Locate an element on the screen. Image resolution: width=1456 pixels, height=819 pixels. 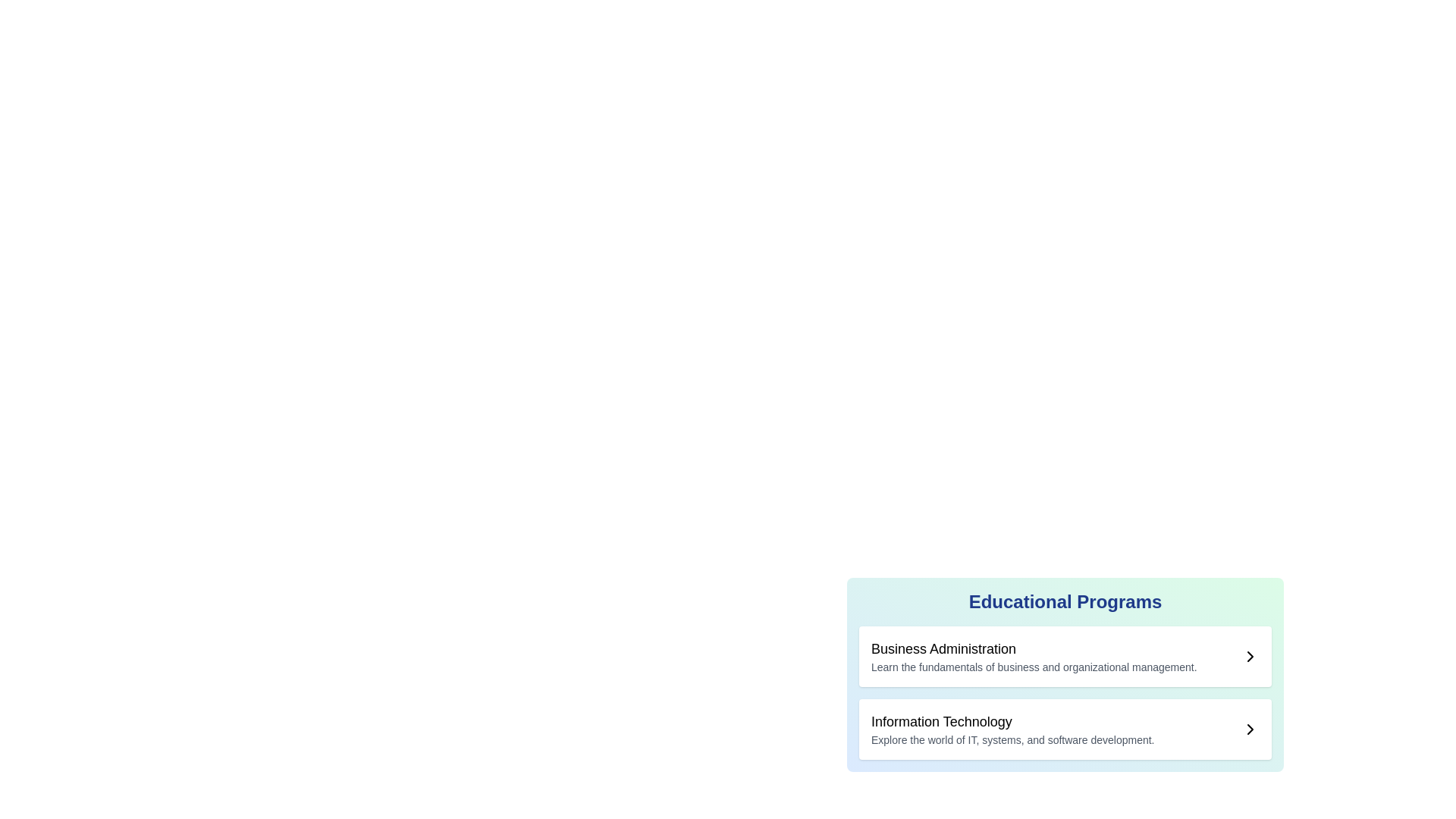
the right-facing chevron navigation icon located on the right side of the 'Business Administration' entry is located at coordinates (1250, 656).